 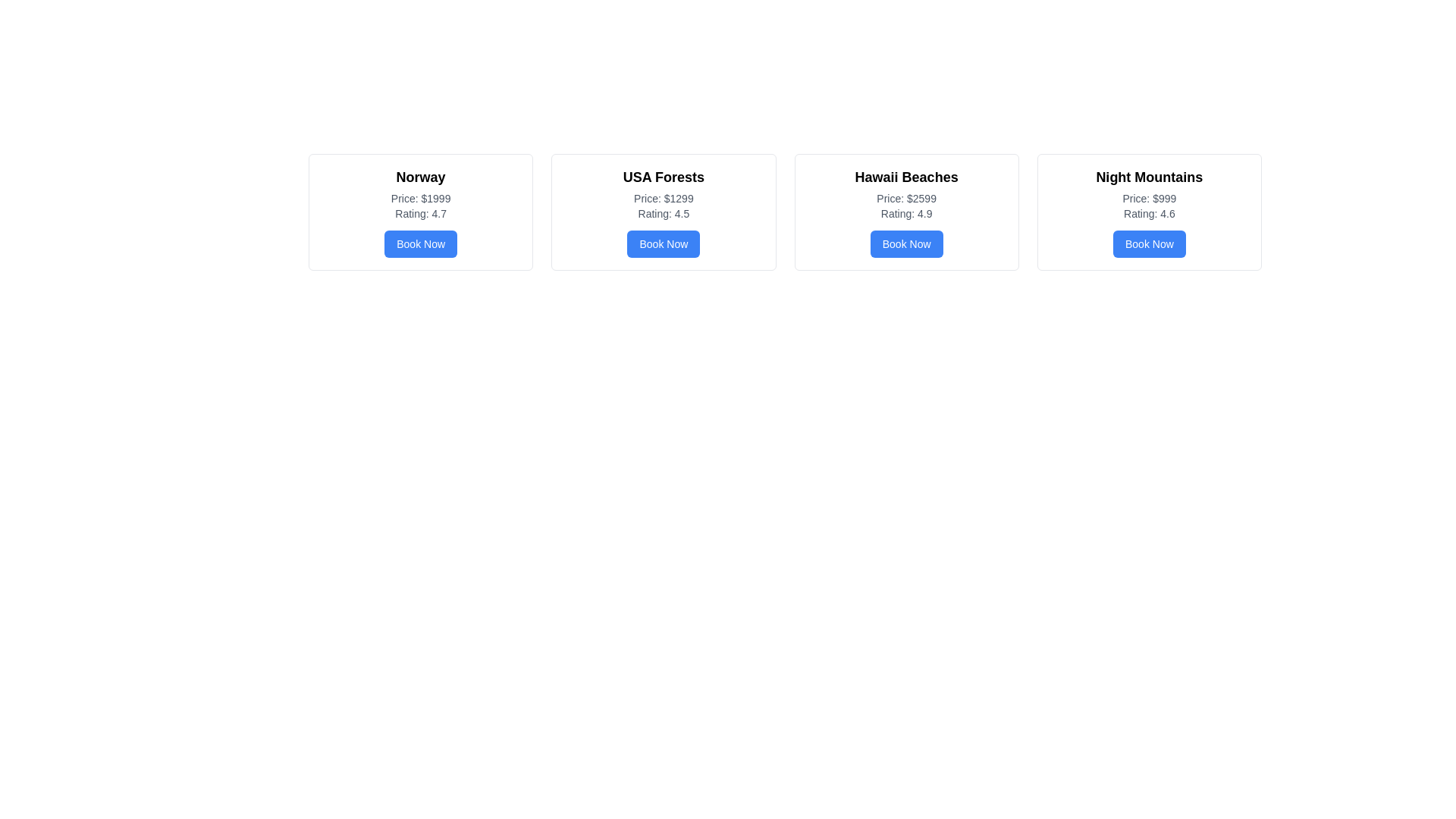 What do you see at coordinates (421, 213) in the screenshot?
I see `the text displaying 'Rating: 4.7' located under 'Price: $1999' and above the 'Book Now' button` at bounding box center [421, 213].